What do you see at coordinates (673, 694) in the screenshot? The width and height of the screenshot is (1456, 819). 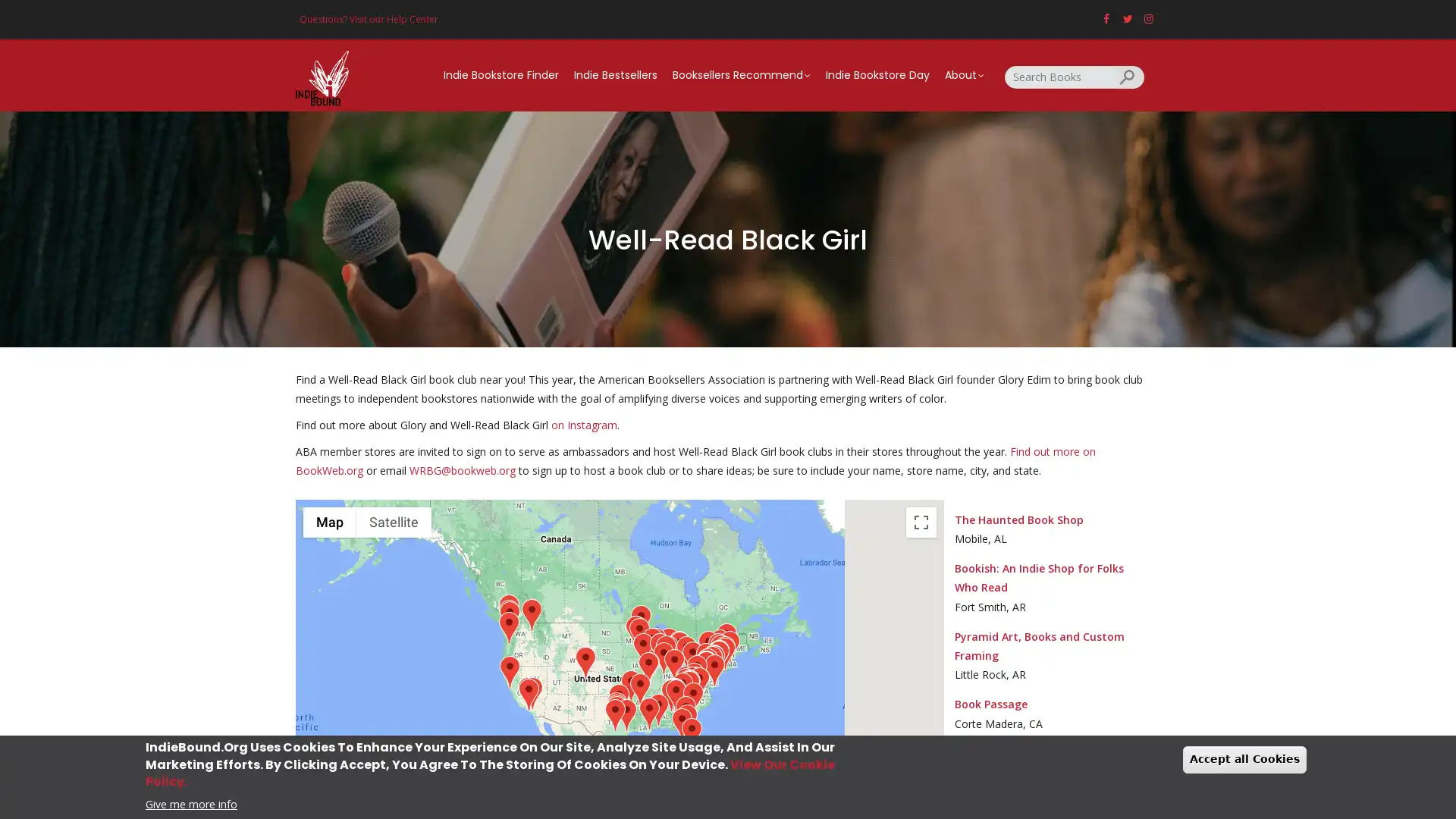 I see `Brave + Kind Bookshop` at bounding box center [673, 694].